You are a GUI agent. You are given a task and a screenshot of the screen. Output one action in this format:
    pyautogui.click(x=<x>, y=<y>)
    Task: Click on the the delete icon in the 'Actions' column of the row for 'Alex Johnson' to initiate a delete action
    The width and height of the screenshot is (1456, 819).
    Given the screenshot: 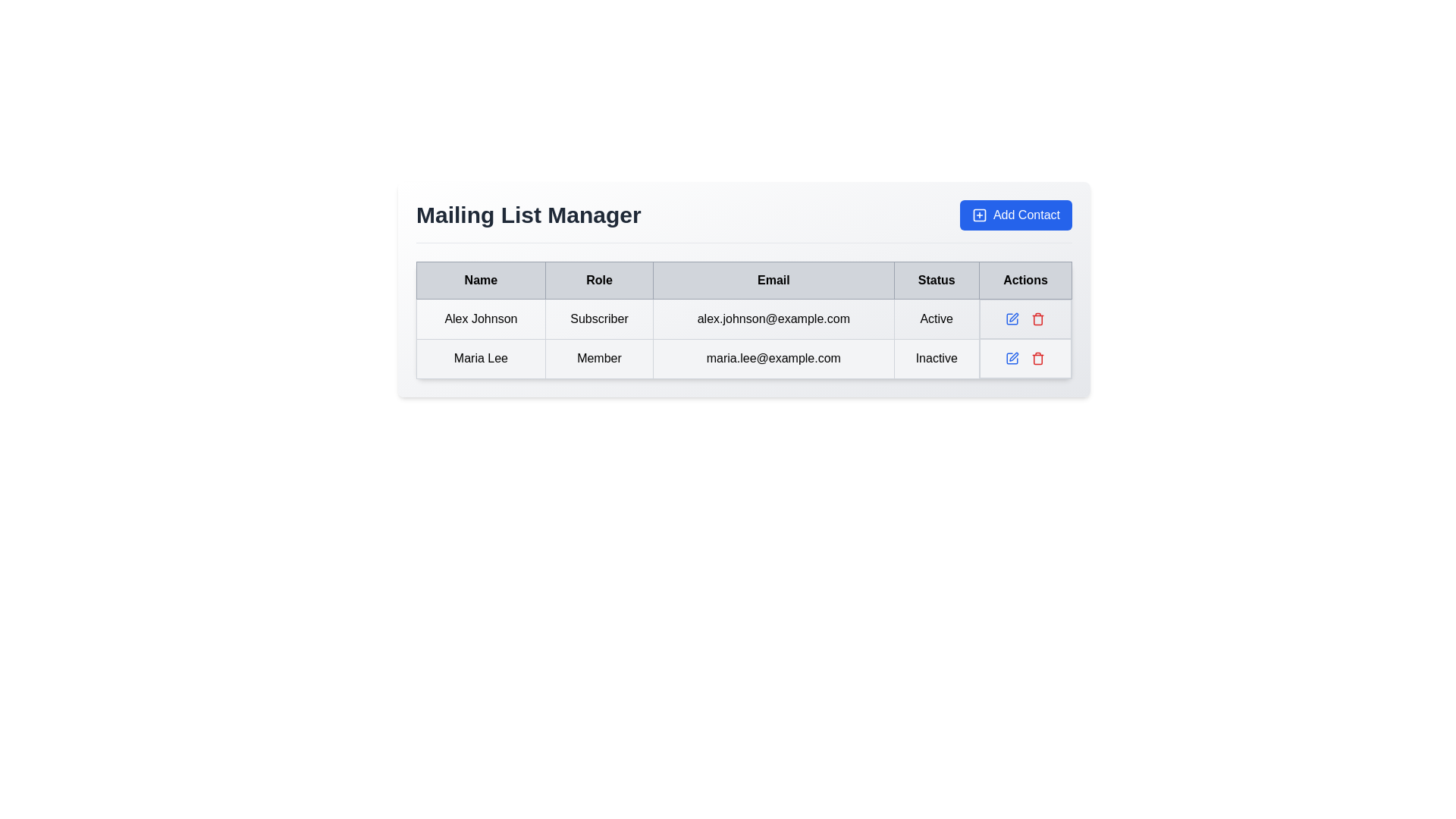 What is the action you would take?
    pyautogui.click(x=1025, y=318)
    